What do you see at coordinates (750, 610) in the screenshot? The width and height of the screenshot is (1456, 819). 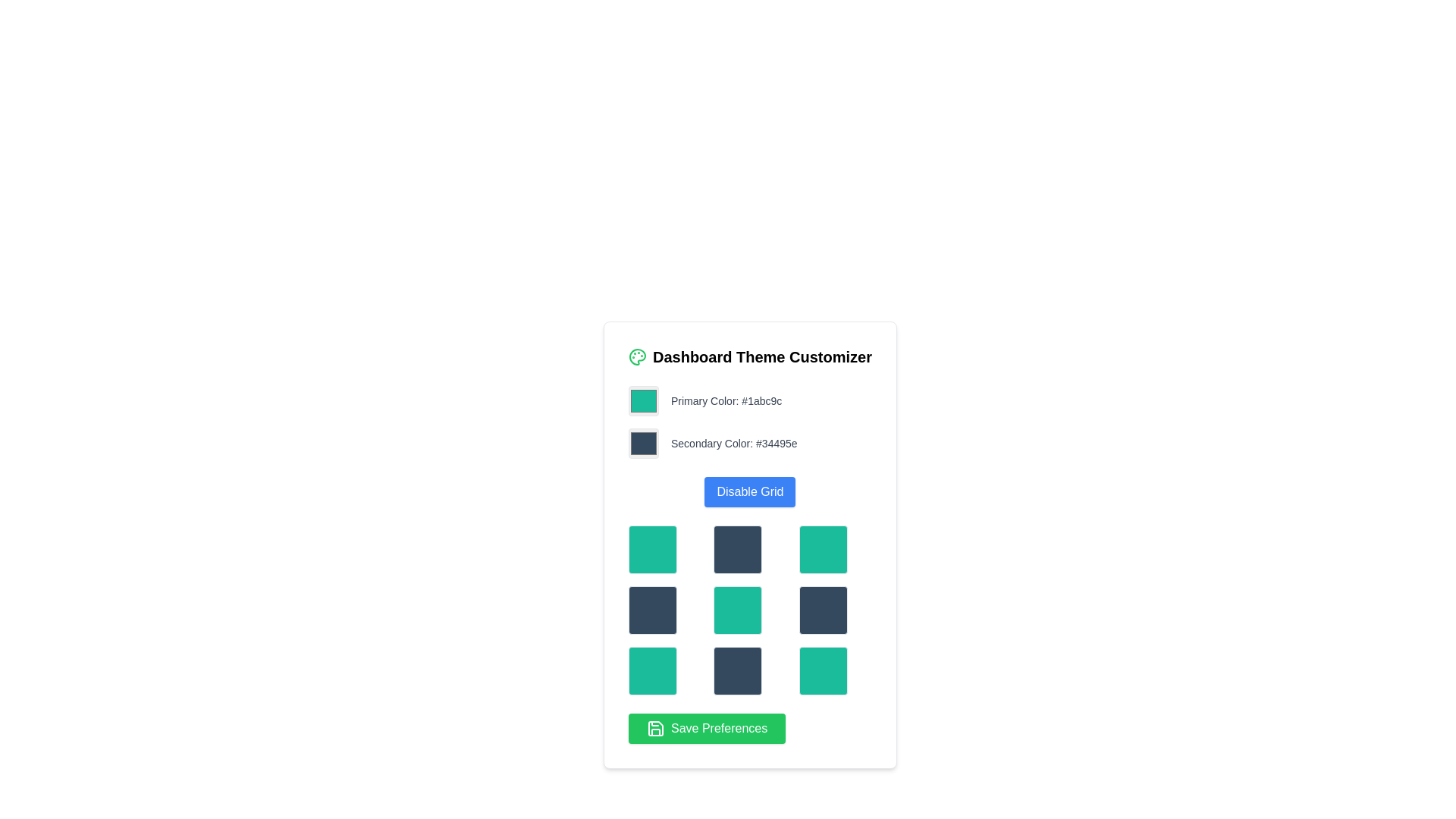 I see `the central Grid block in the Dashboard Theme Customizer, which visually represents a color theme selection and is positioned below the Disable Grid button and above the Save Preferences button` at bounding box center [750, 610].